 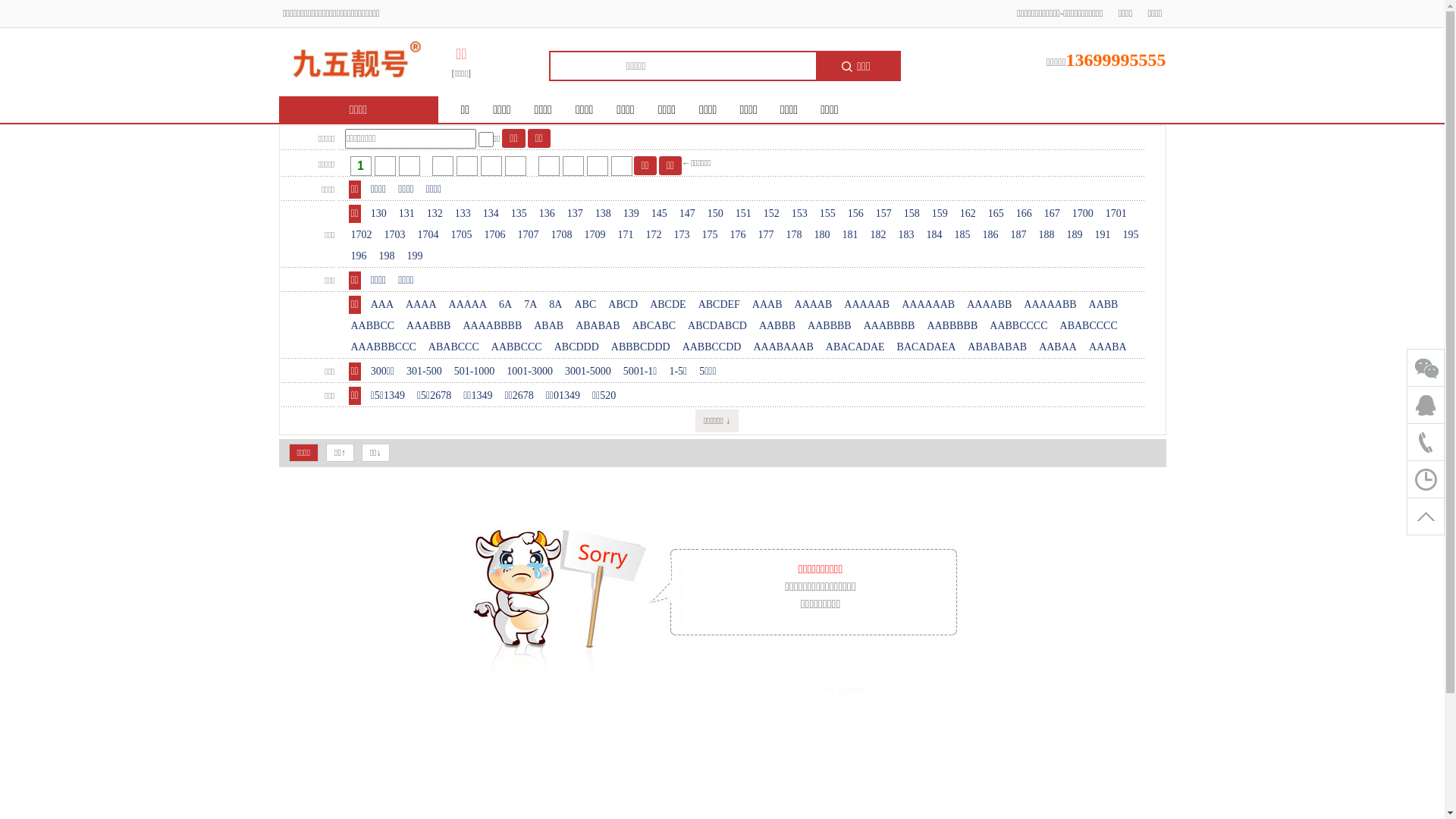 What do you see at coordinates (372, 325) in the screenshot?
I see `'AABBCC'` at bounding box center [372, 325].